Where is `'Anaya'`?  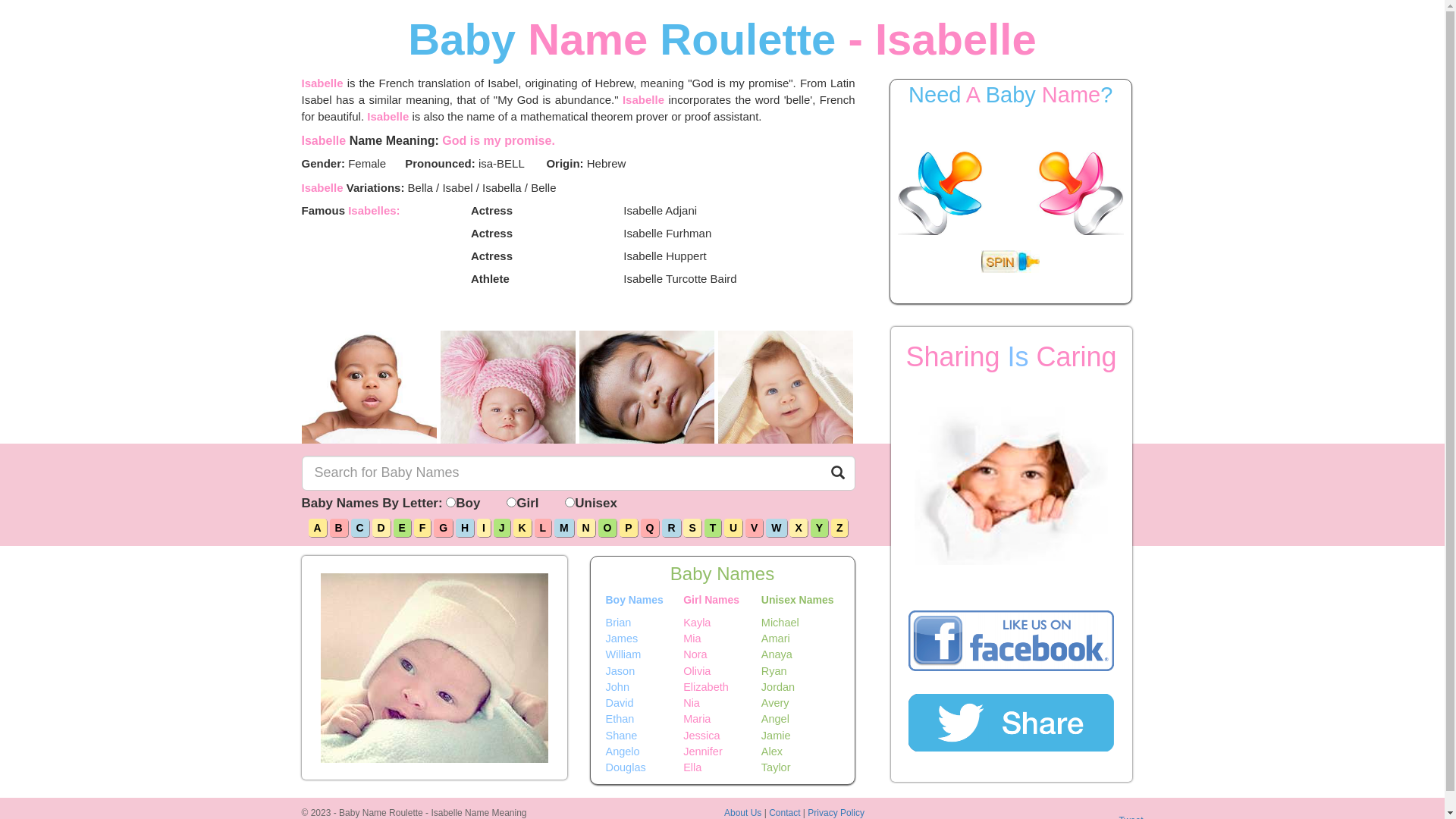 'Anaya' is located at coordinates (799, 654).